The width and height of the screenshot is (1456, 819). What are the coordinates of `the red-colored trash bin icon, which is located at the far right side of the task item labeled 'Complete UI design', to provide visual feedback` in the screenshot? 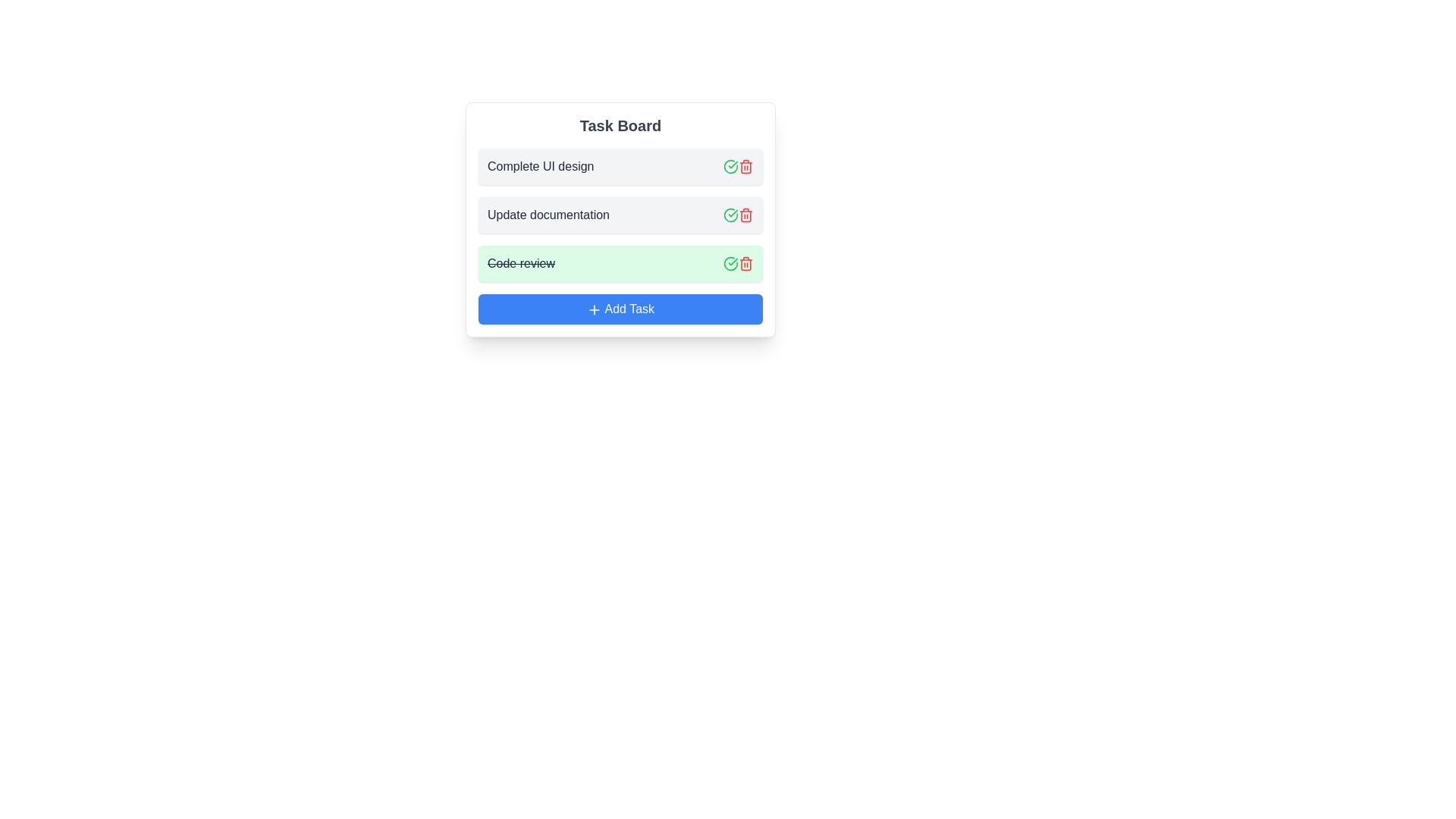 It's located at (745, 166).